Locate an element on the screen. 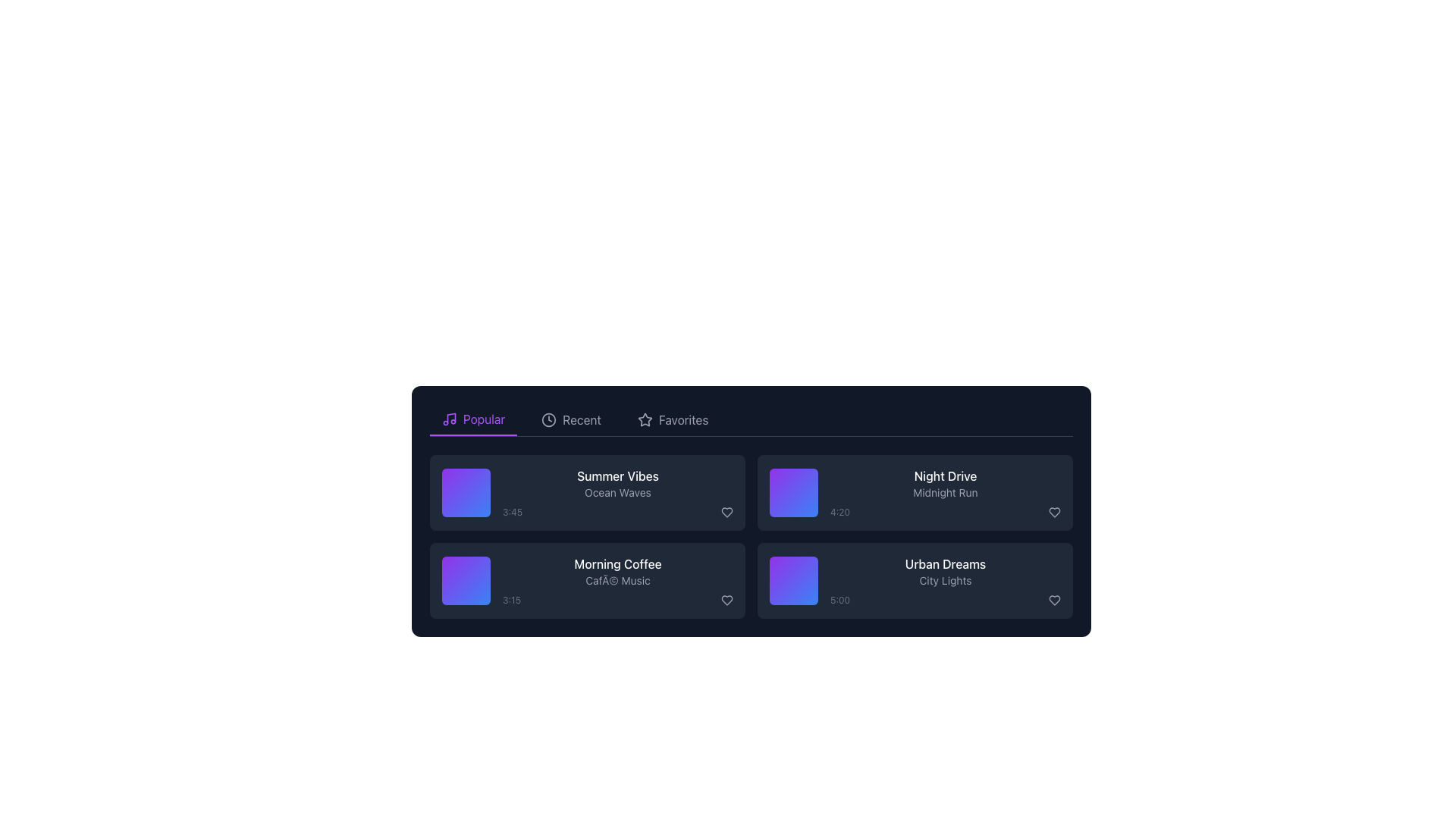  text of the 'Recent' navigation option located in the central part of the navigation bar, positioned between 'Popular' and 'Favorites' is located at coordinates (581, 420).